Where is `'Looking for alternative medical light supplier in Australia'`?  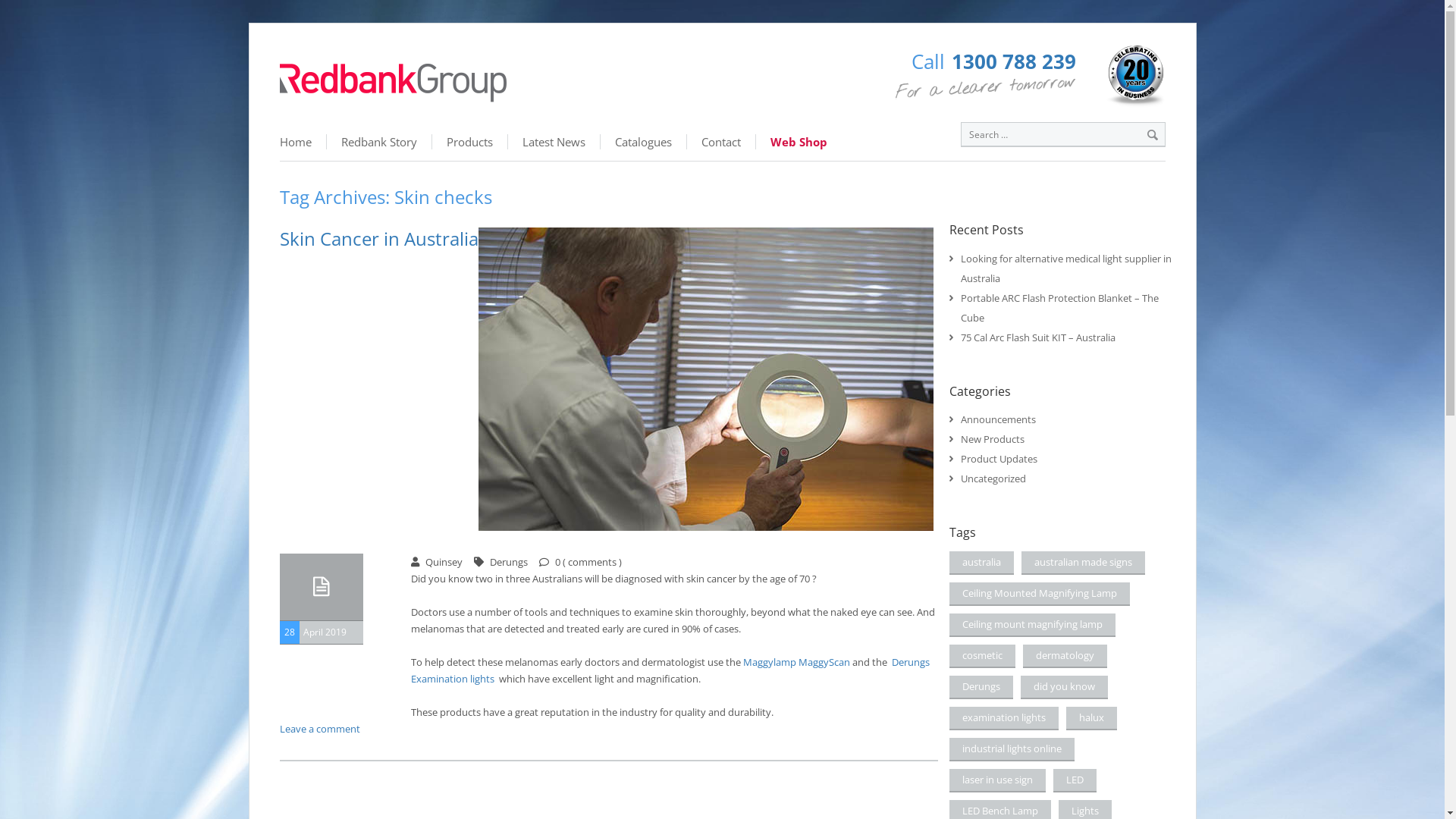
'Looking for alternative medical light supplier in Australia' is located at coordinates (1065, 268).